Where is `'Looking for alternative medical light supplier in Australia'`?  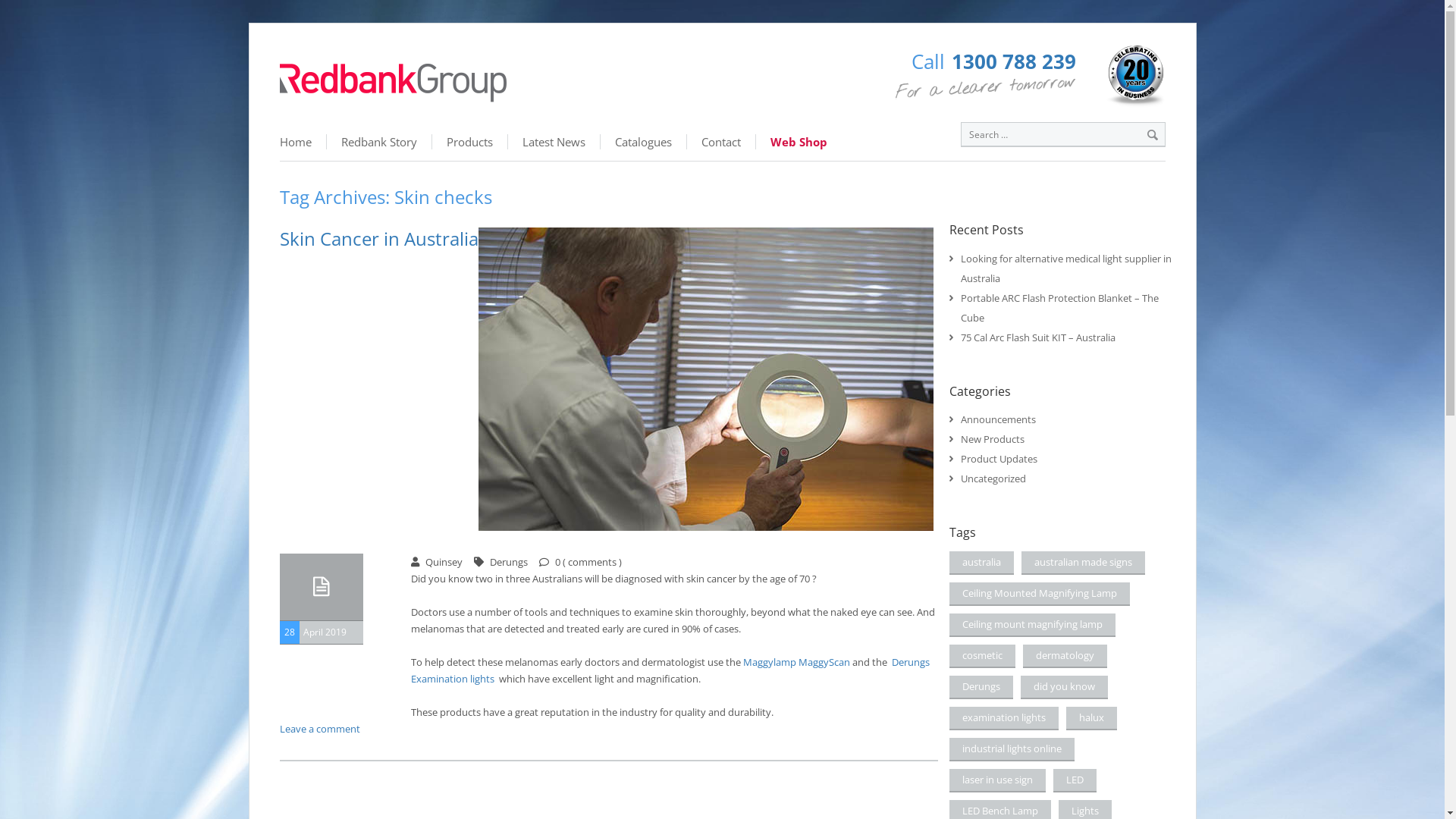
'Looking for alternative medical light supplier in Australia' is located at coordinates (1065, 268).